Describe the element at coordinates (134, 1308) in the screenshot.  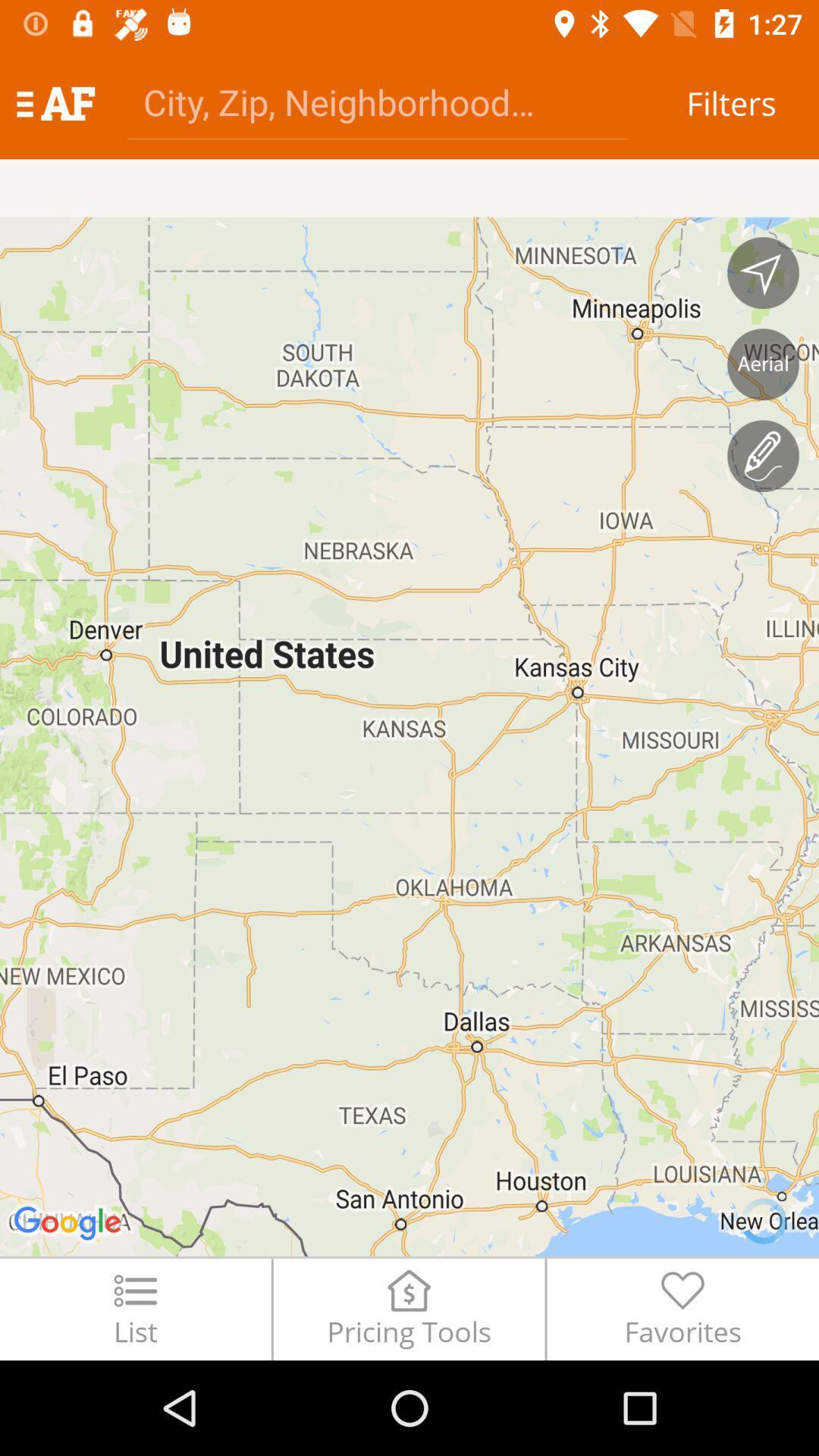
I see `the item next to pricing tools icon` at that location.